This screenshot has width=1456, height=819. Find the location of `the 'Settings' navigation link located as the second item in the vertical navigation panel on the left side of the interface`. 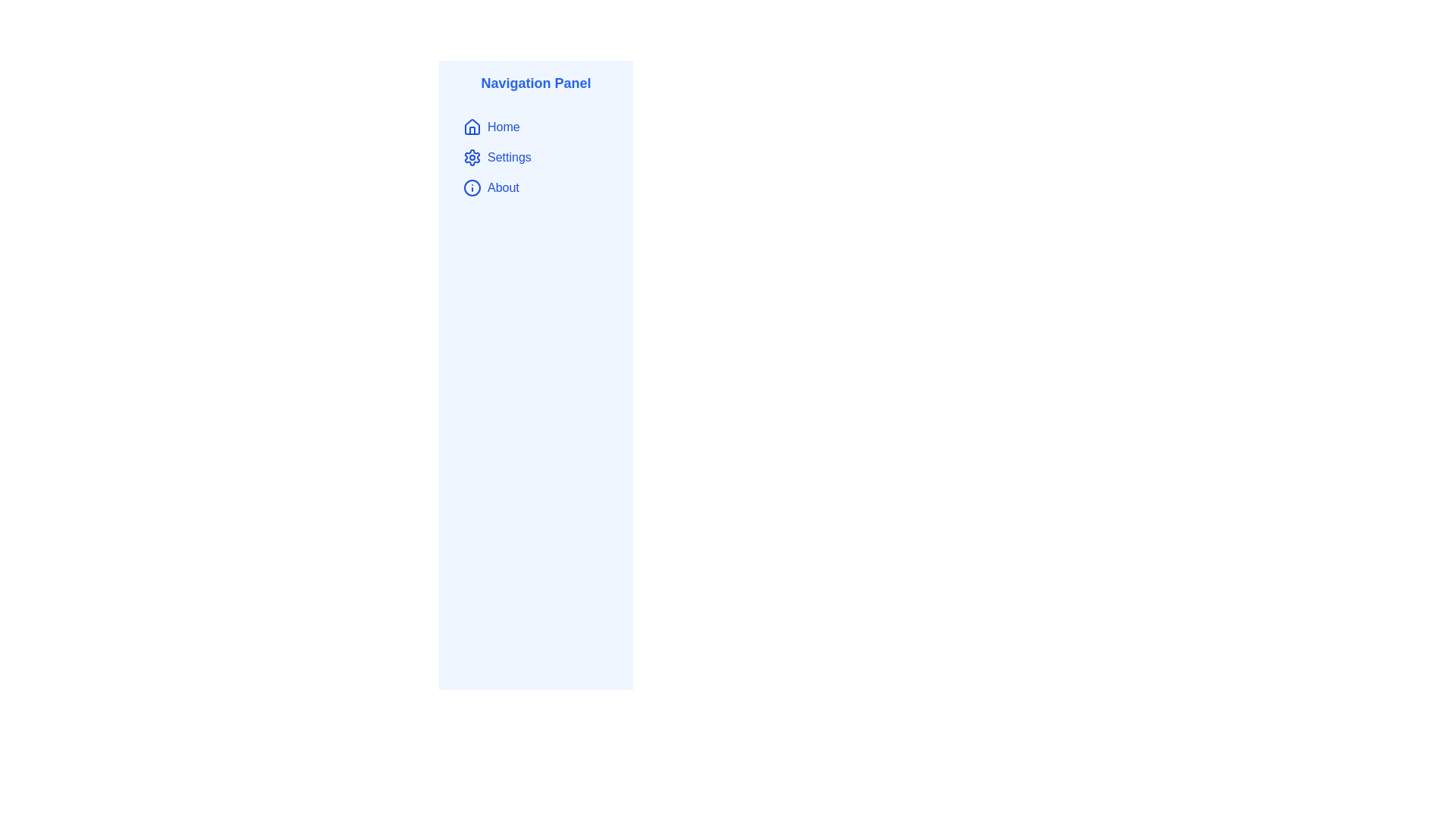

the 'Settings' navigation link located as the second item in the vertical navigation panel on the left side of the interface is located at coordinates (510, 158).